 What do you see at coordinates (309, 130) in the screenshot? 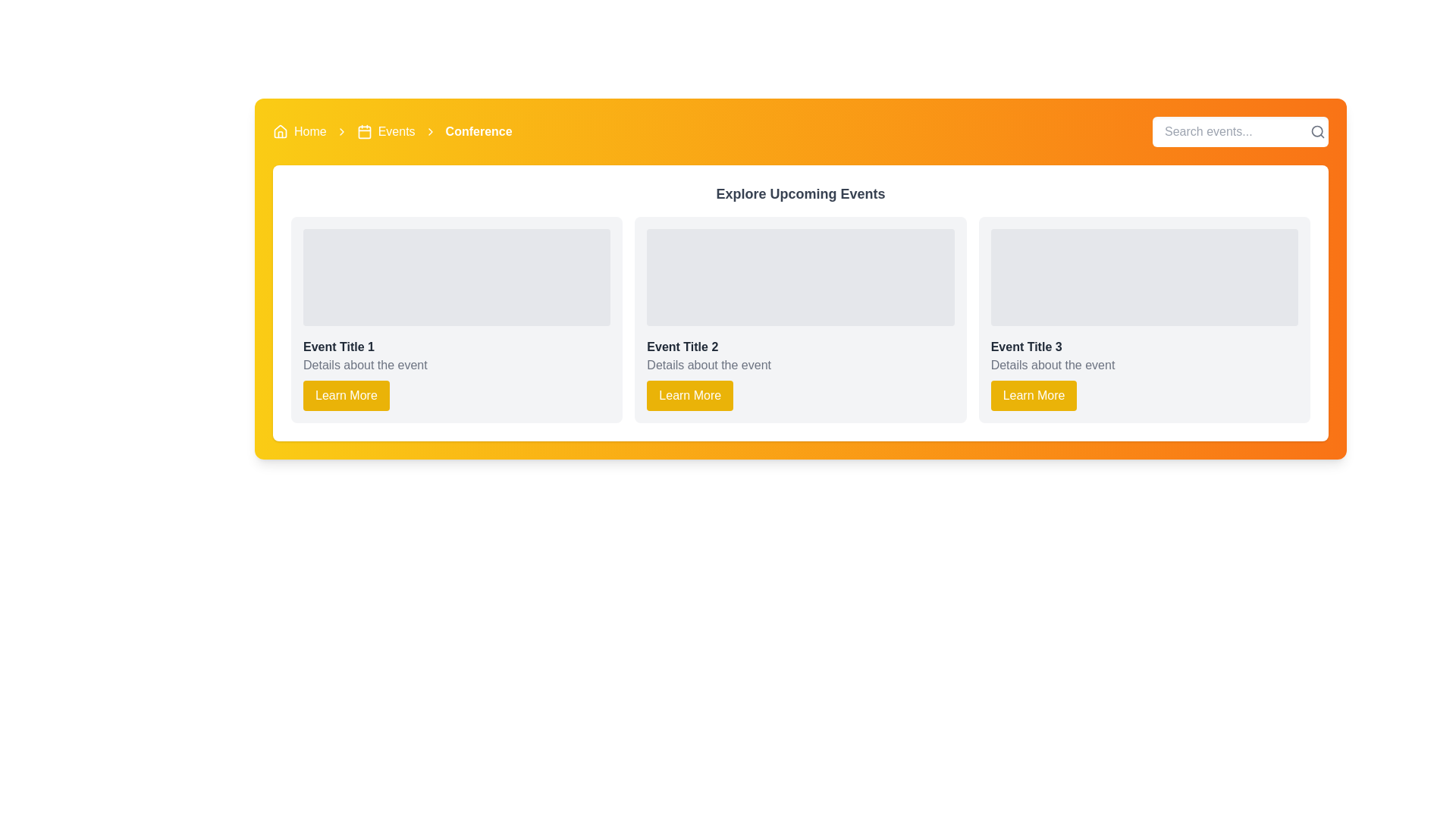
I see `the 'Home' clickable text link located in the breadcrumb navigation at the top-left corner of the page` at bounding box center [309, 130].